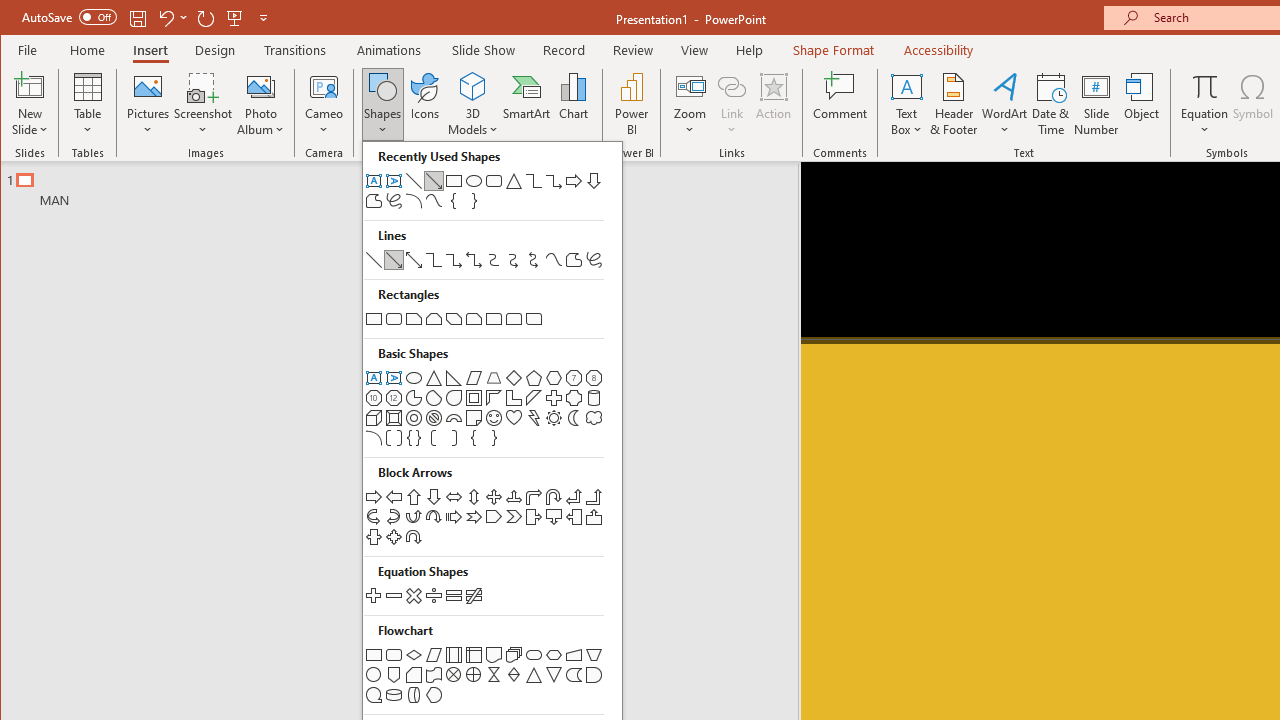 This screenshot has height=720, width=1280. I want to click on 'Cameo', so click(324, 85).